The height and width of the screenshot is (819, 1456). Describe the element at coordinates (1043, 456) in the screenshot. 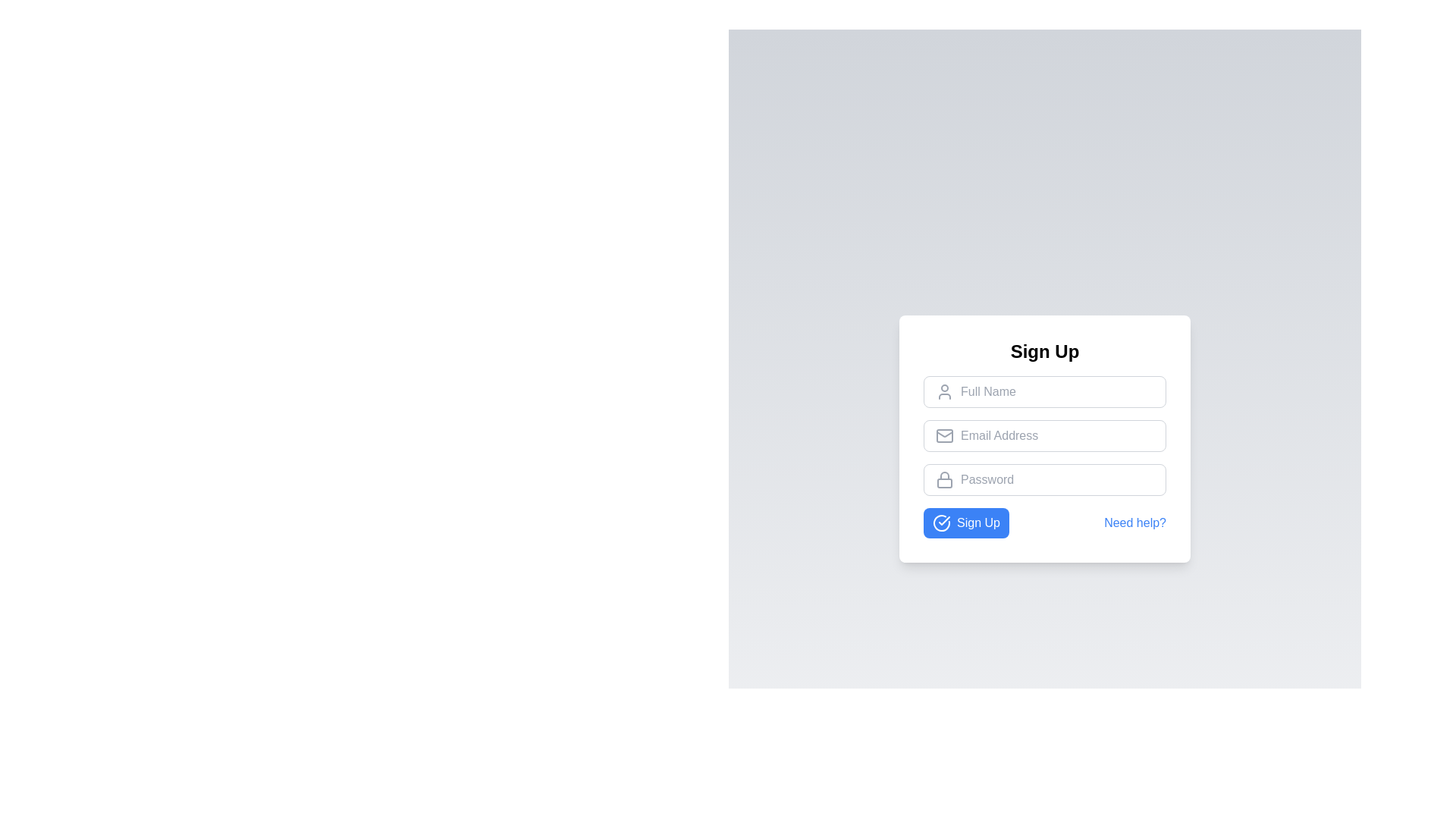

I see `the input fields of the Form input group labeled 'Full Name', 'Email Address', and 'Password' to focus on them` at that location.